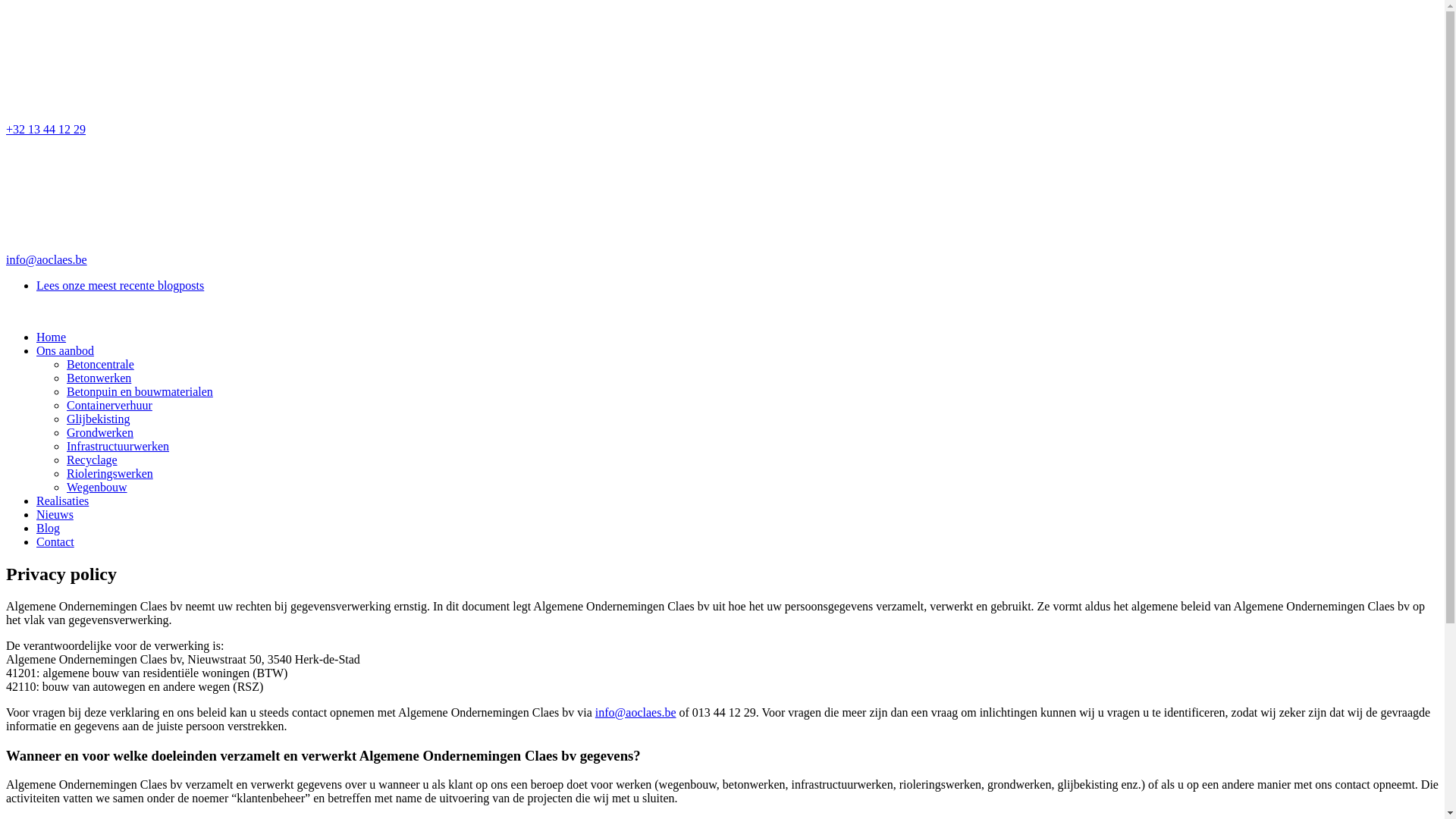  Describe the element at coordinates (635, 712) in the screenshot. I see `'info@aoclaes.be'` at that location.